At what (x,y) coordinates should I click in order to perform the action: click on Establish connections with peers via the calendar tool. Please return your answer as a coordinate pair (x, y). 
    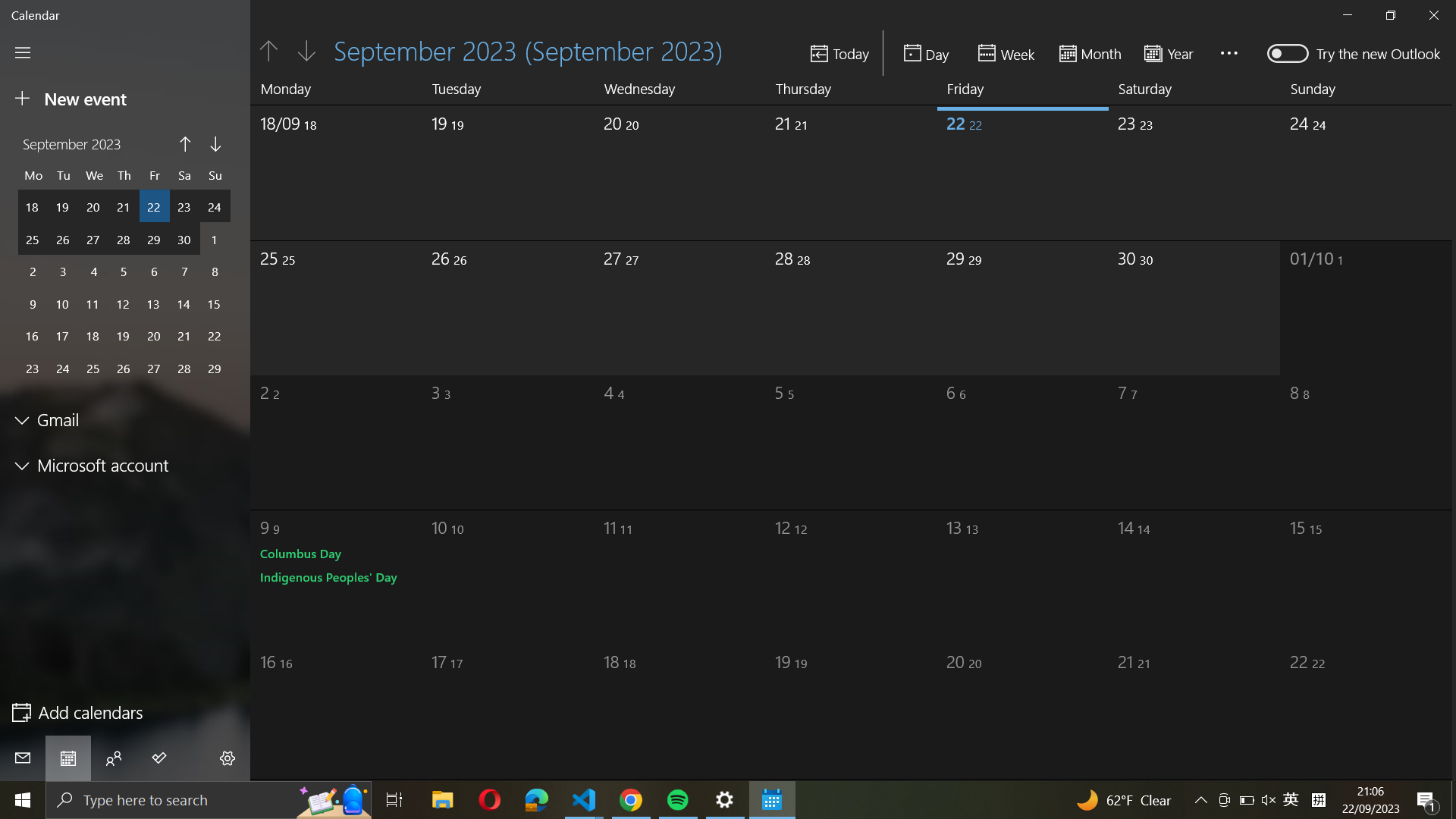
    Looking at the image, I should click on (113, 758).